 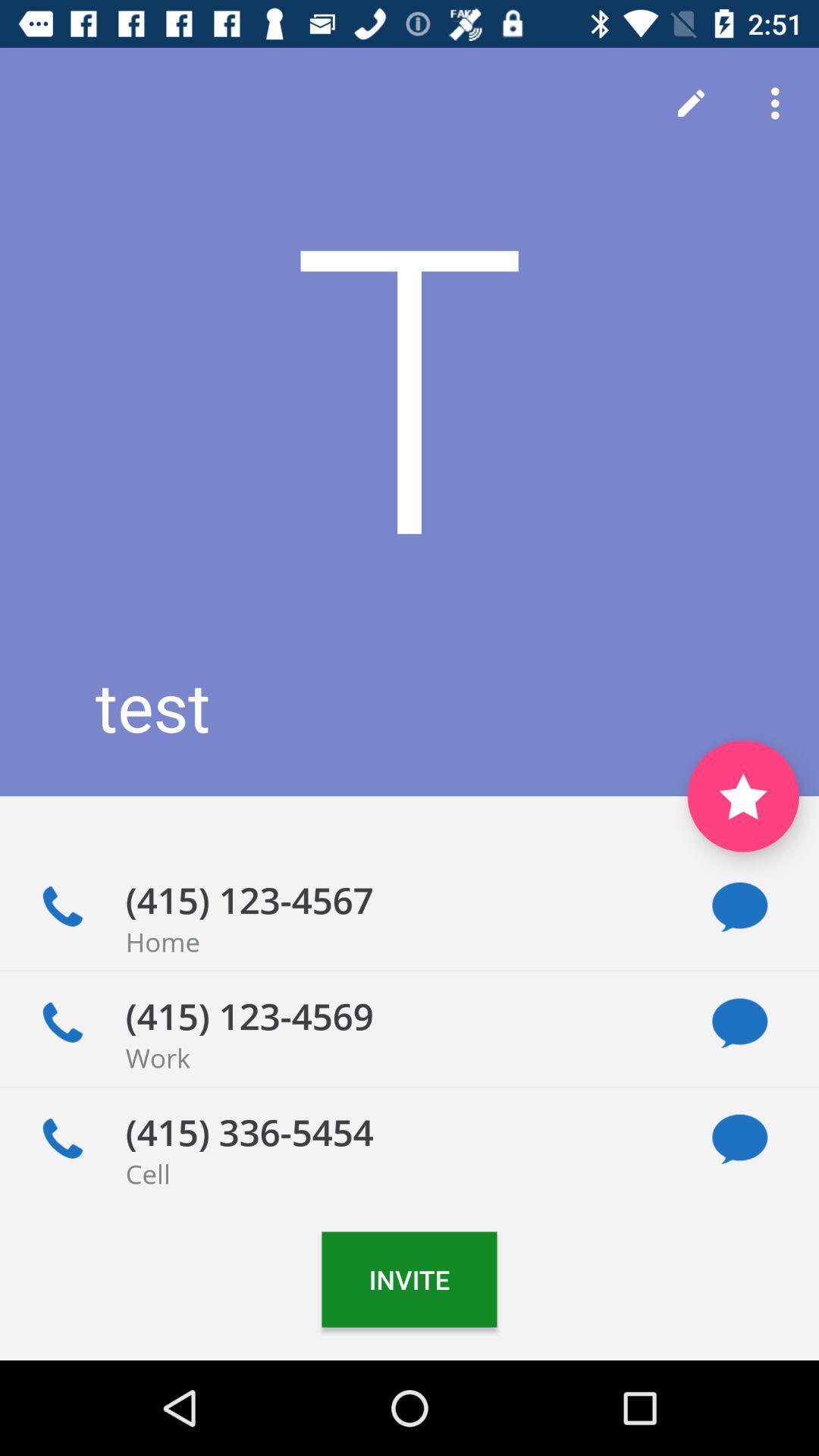 What do you see at coordinates (742, 795) in the screenshot?
I see `to favorites` at bounding box center [742, 795].